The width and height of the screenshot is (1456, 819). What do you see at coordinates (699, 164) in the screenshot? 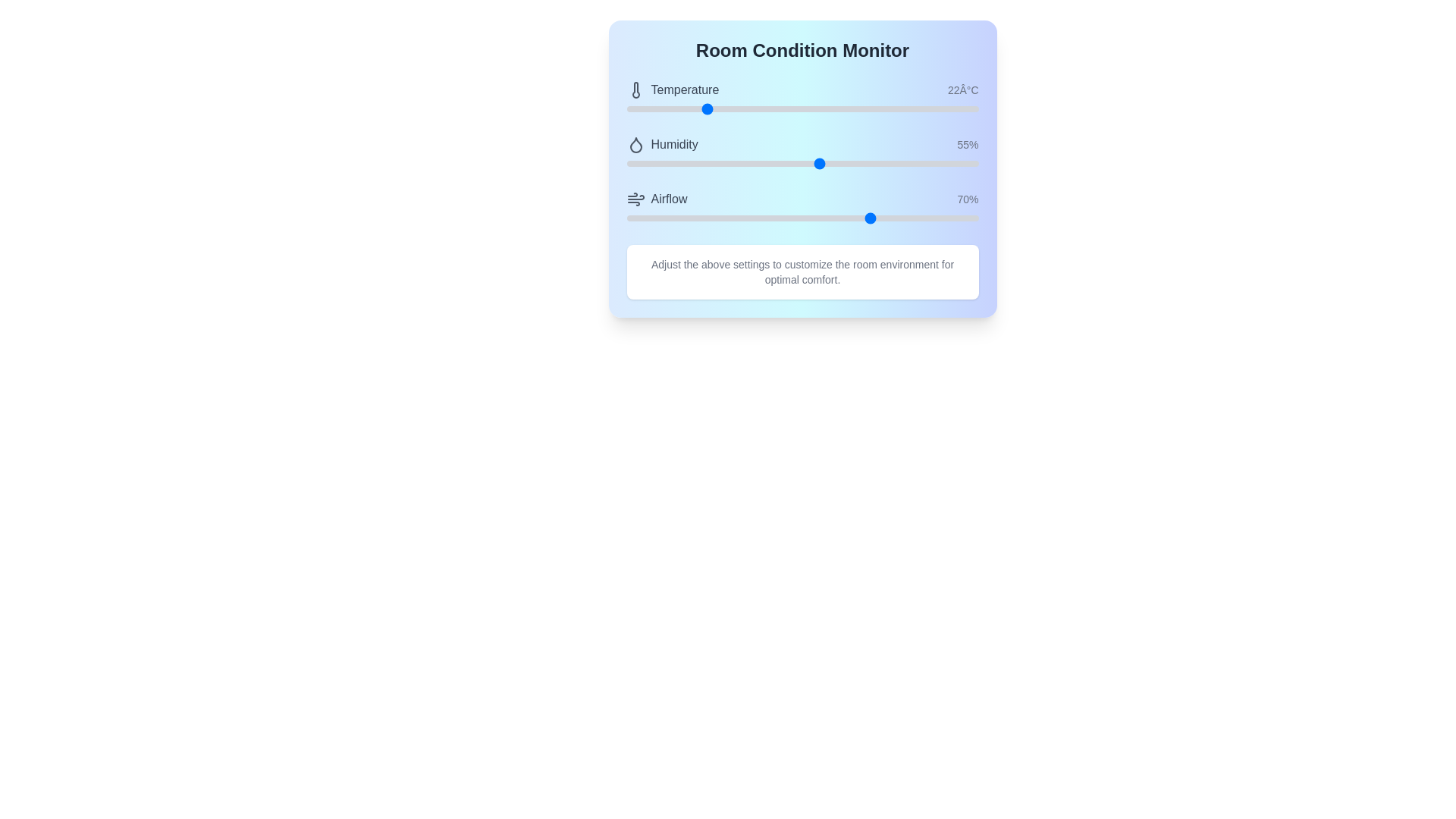
I see `the humidity level` at bounding box center [699, 164].